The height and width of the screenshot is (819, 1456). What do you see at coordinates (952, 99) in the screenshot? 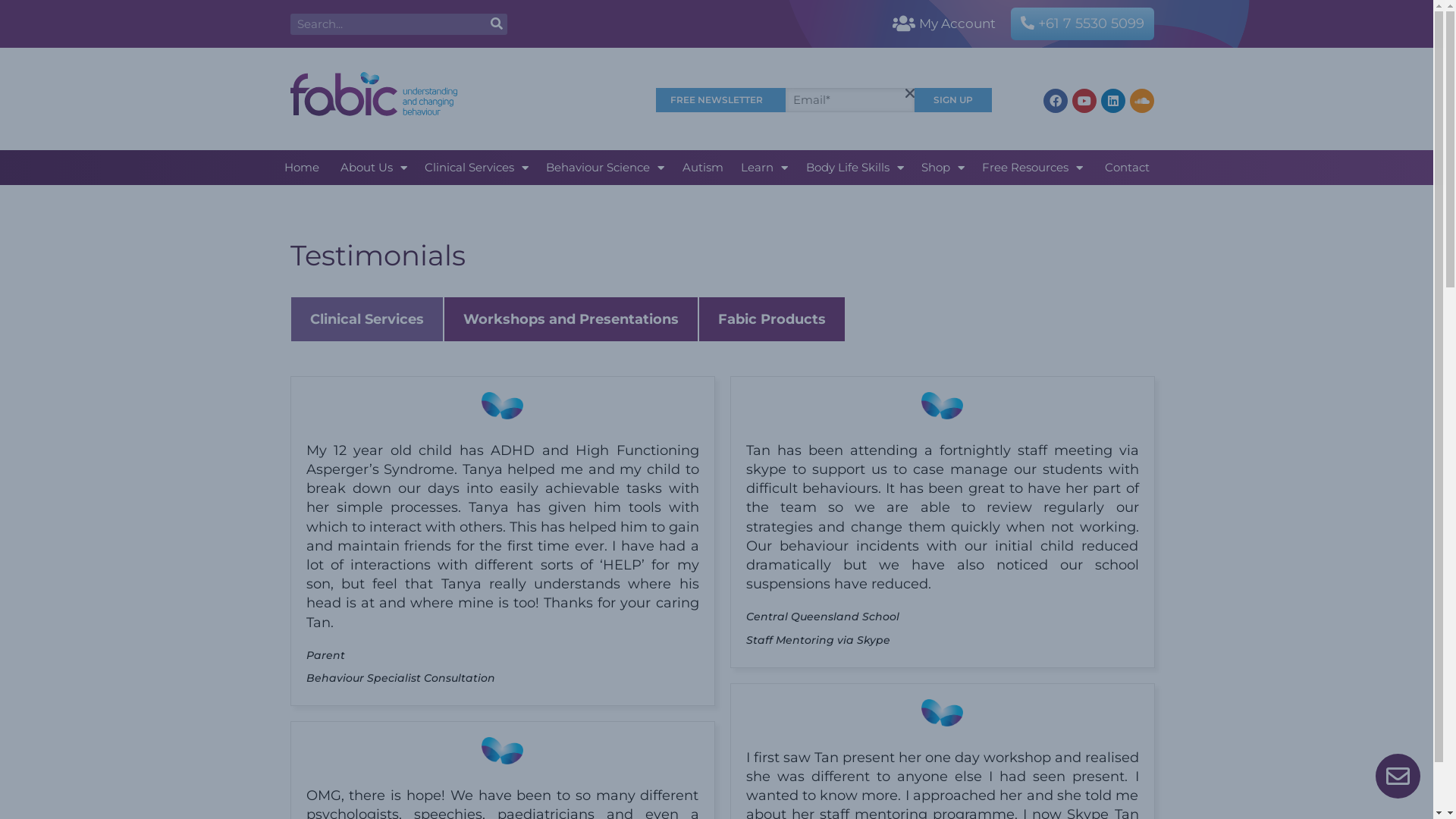
I see `'SIGN UP'` at bounding box center [952, 99].